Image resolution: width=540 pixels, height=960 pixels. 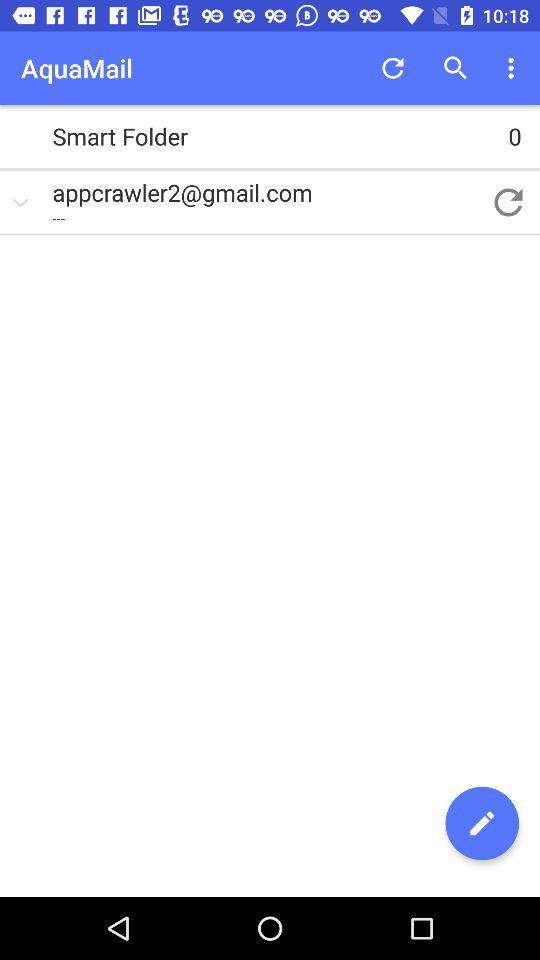 What do you see at coordinates (393, 68) in the screenshot?
I see `the item above smart folder` at bounding box center [393, 68].